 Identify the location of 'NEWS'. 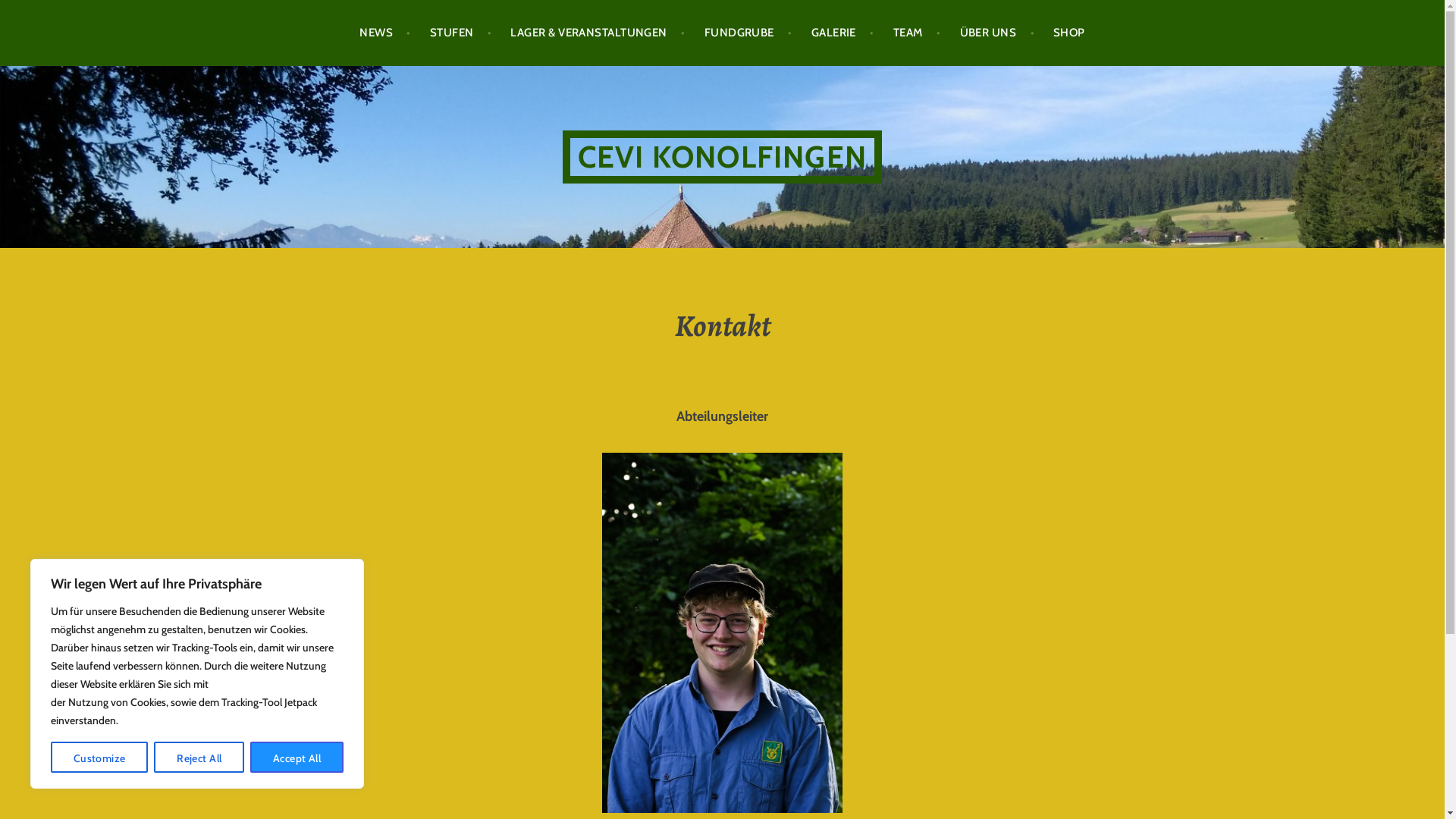
(385, 33).